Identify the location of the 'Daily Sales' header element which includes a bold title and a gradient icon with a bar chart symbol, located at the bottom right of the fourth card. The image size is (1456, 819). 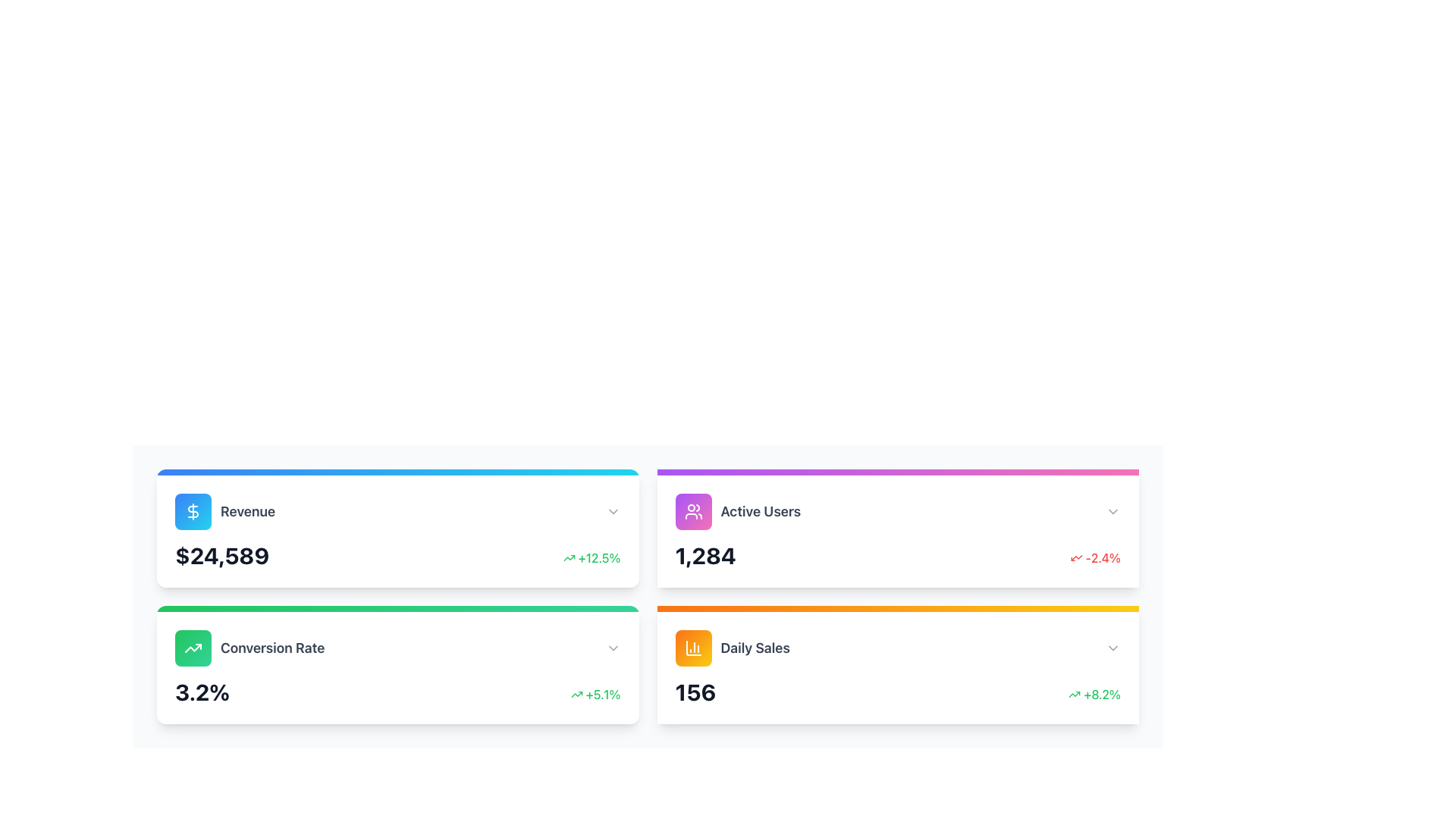
(733, 648).